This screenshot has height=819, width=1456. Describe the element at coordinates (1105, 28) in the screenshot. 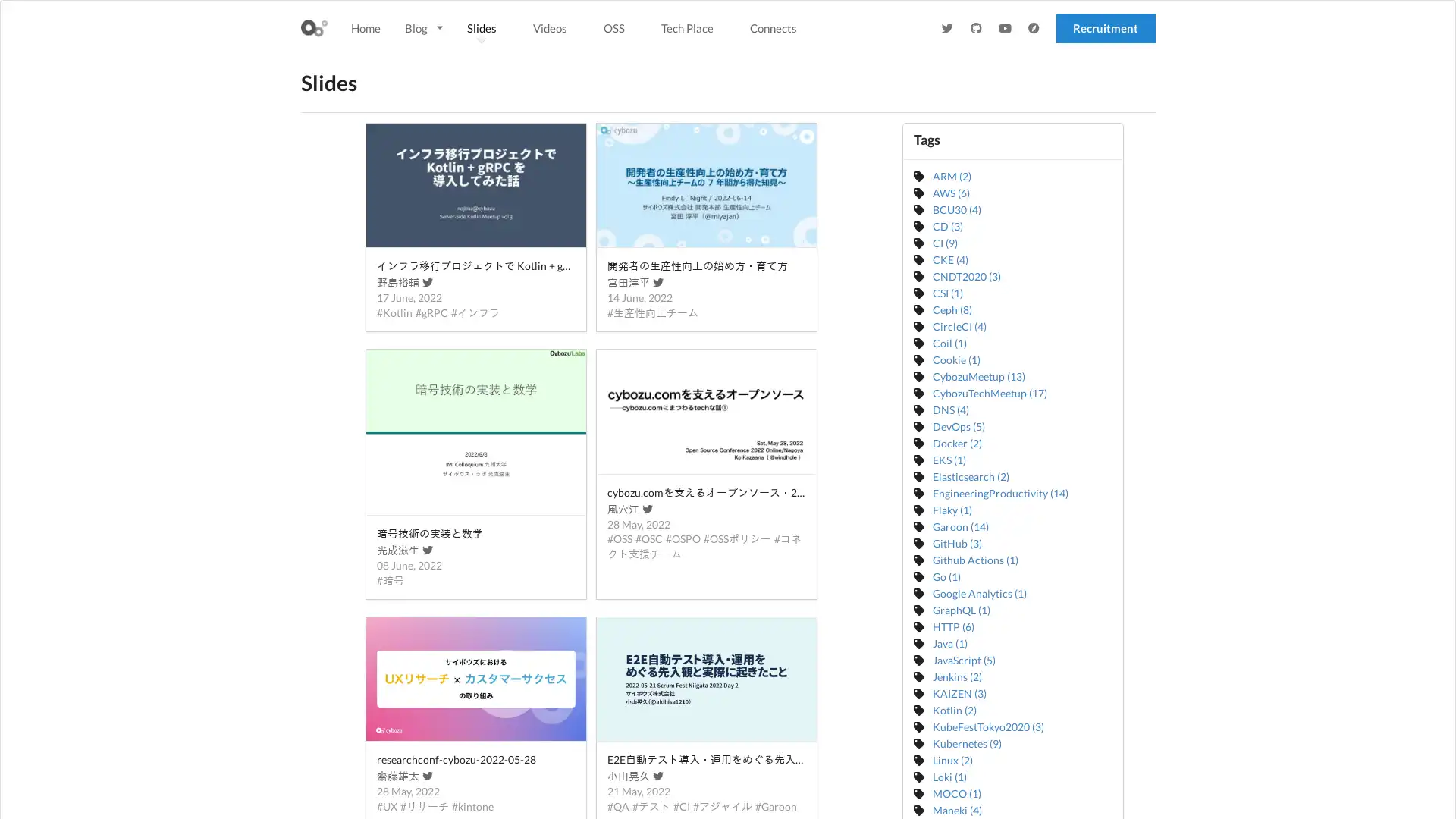

I see `Recruitment` at that location.